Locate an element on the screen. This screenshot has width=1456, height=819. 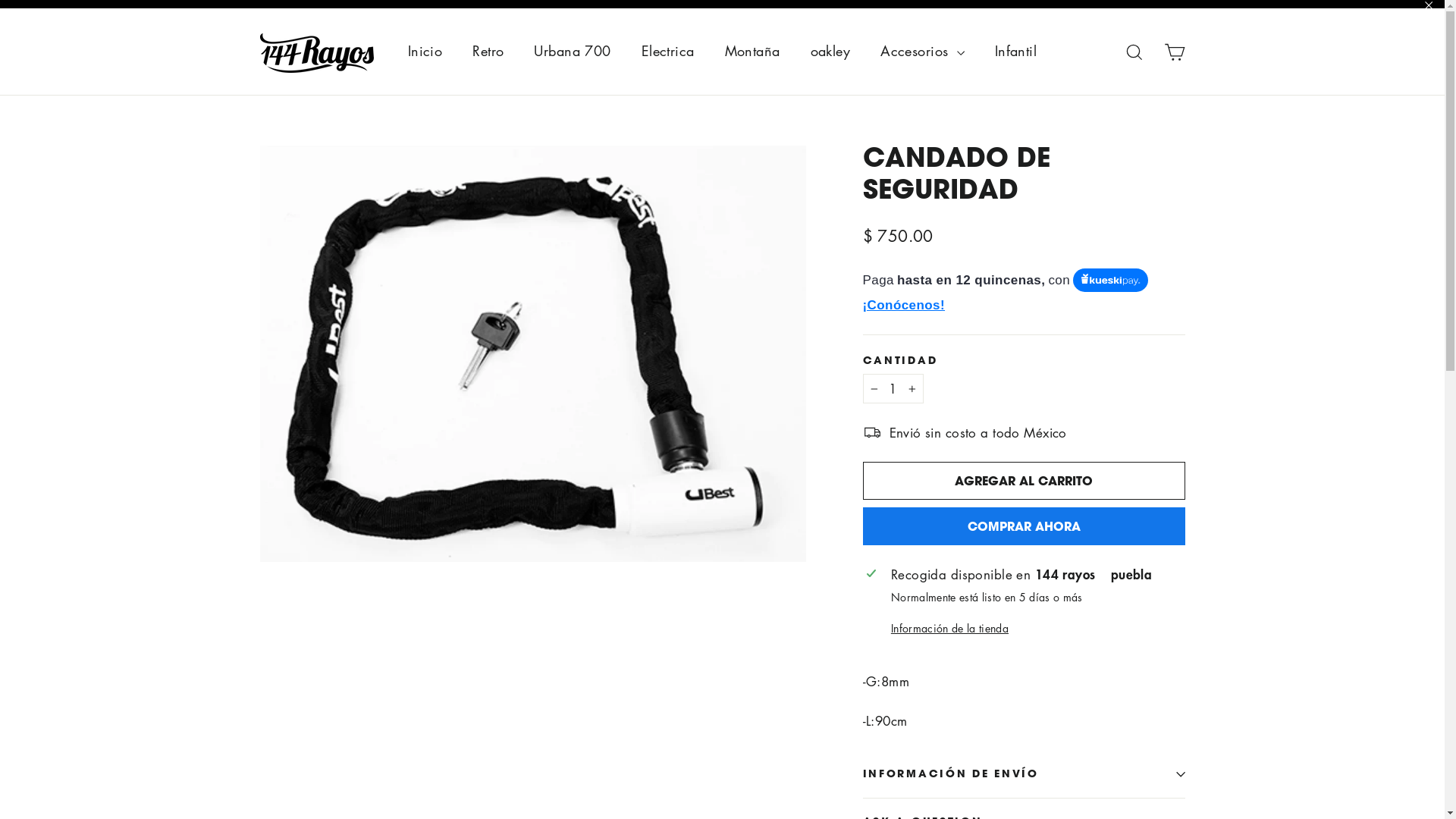
'Infantil' is located at coordinates (979, 50).